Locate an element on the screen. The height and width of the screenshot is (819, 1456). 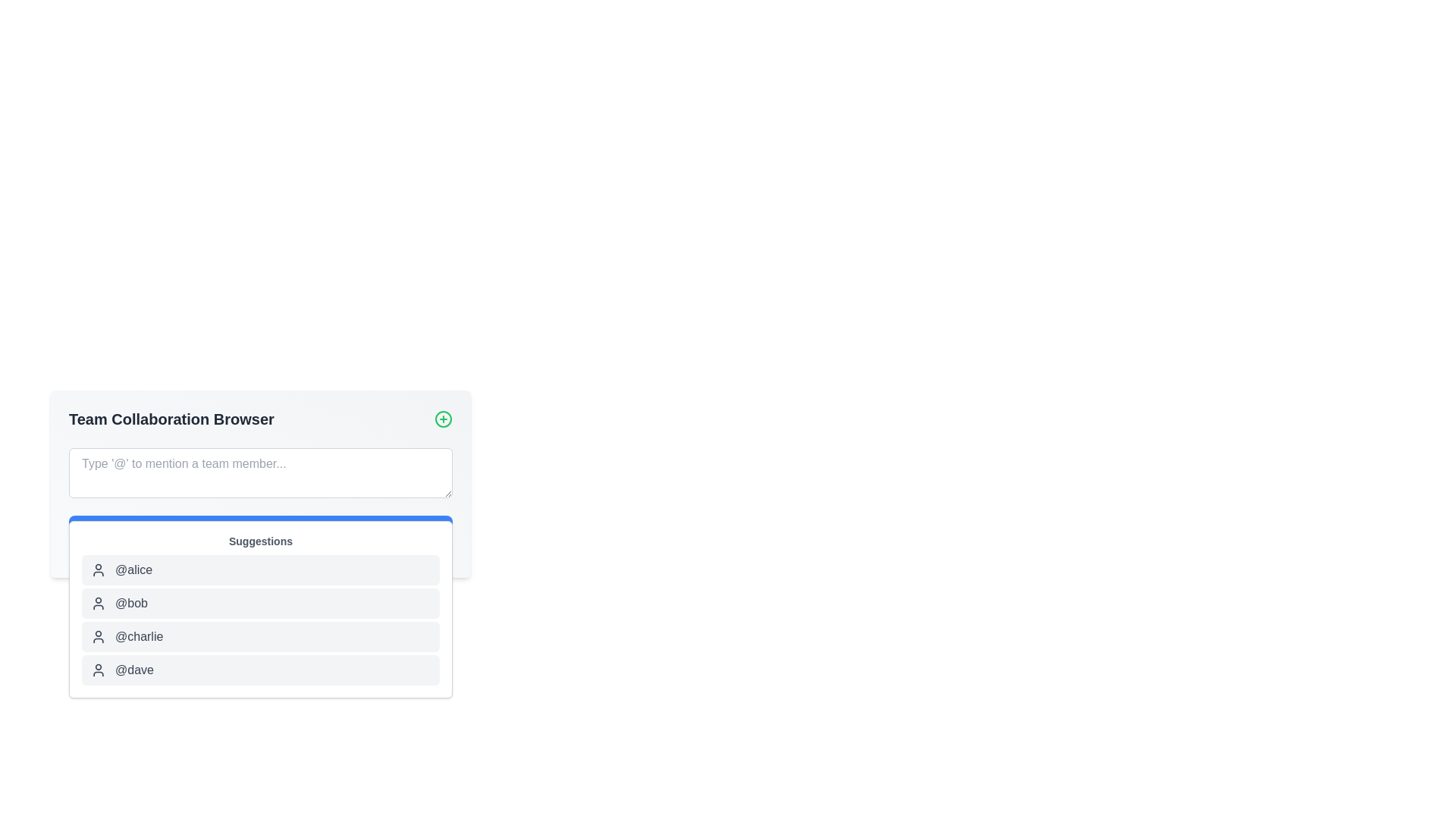
the username text label '@alice' in gray color within the first user suggestion item in the dropdown list is located at coordinates (133, 570).